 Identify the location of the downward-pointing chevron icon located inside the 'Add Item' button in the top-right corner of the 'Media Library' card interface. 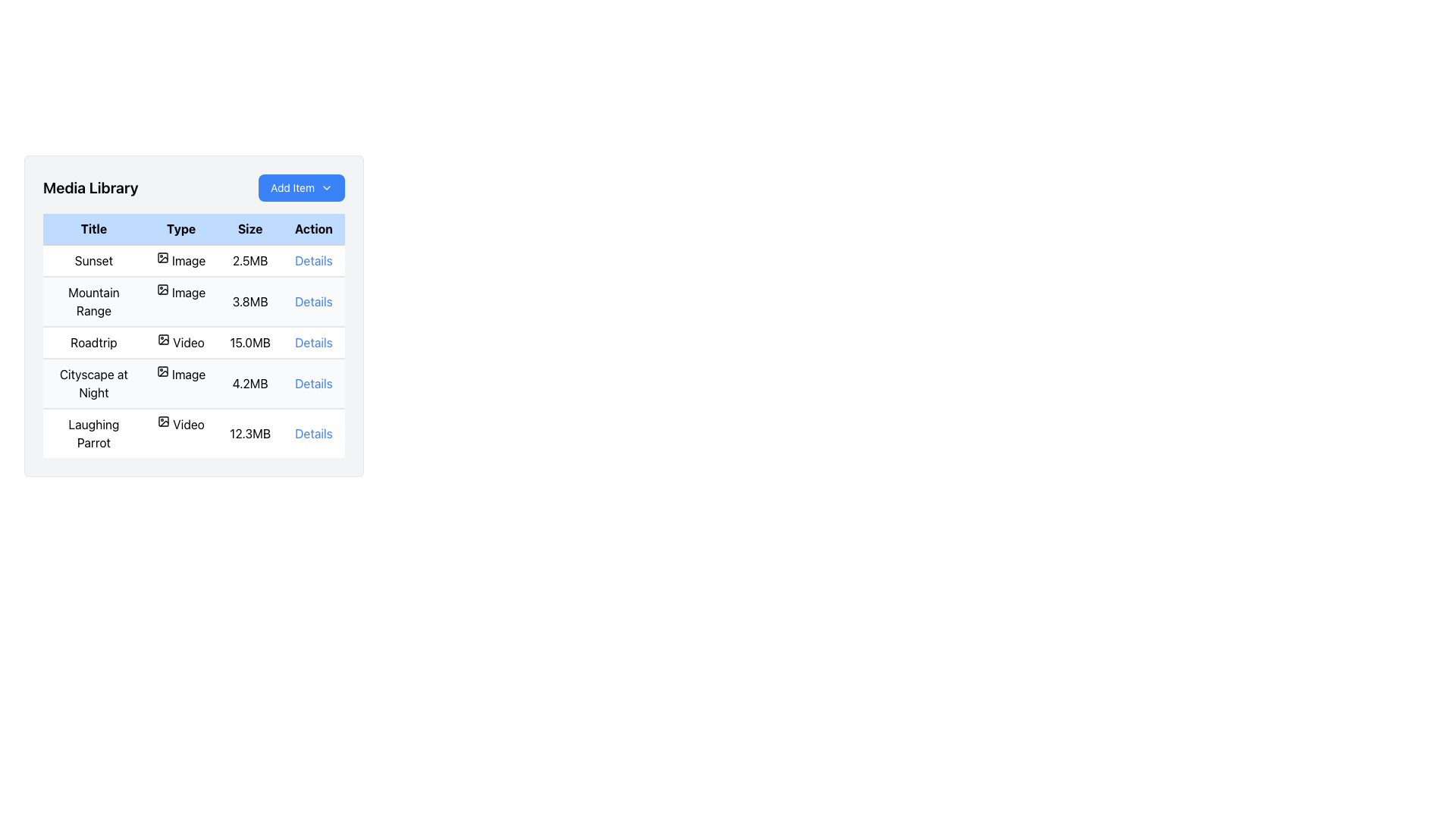
(326, 187).